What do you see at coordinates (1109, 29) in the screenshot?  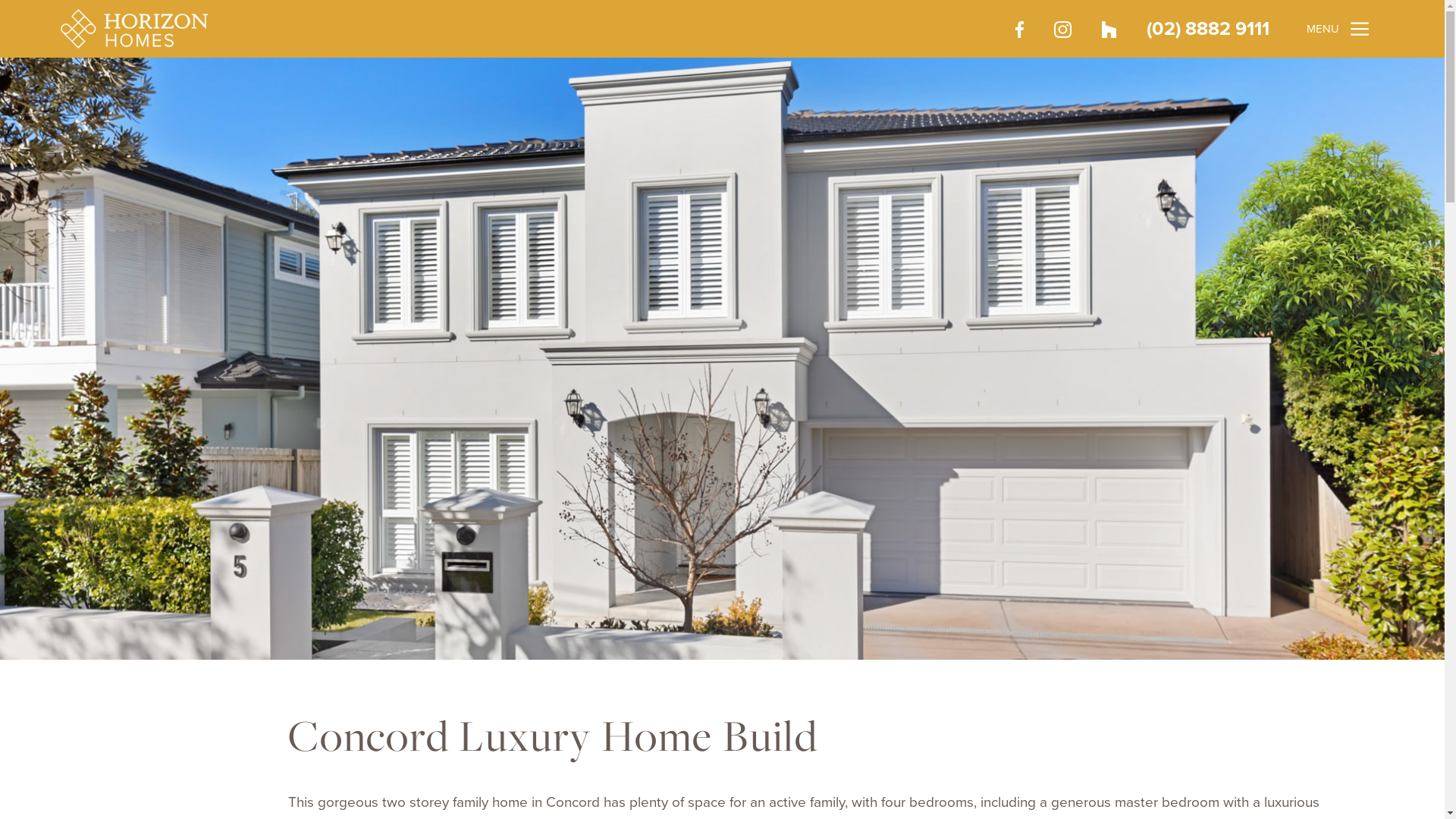 I see `'Houzz'` at bounding box center [1109, 29].